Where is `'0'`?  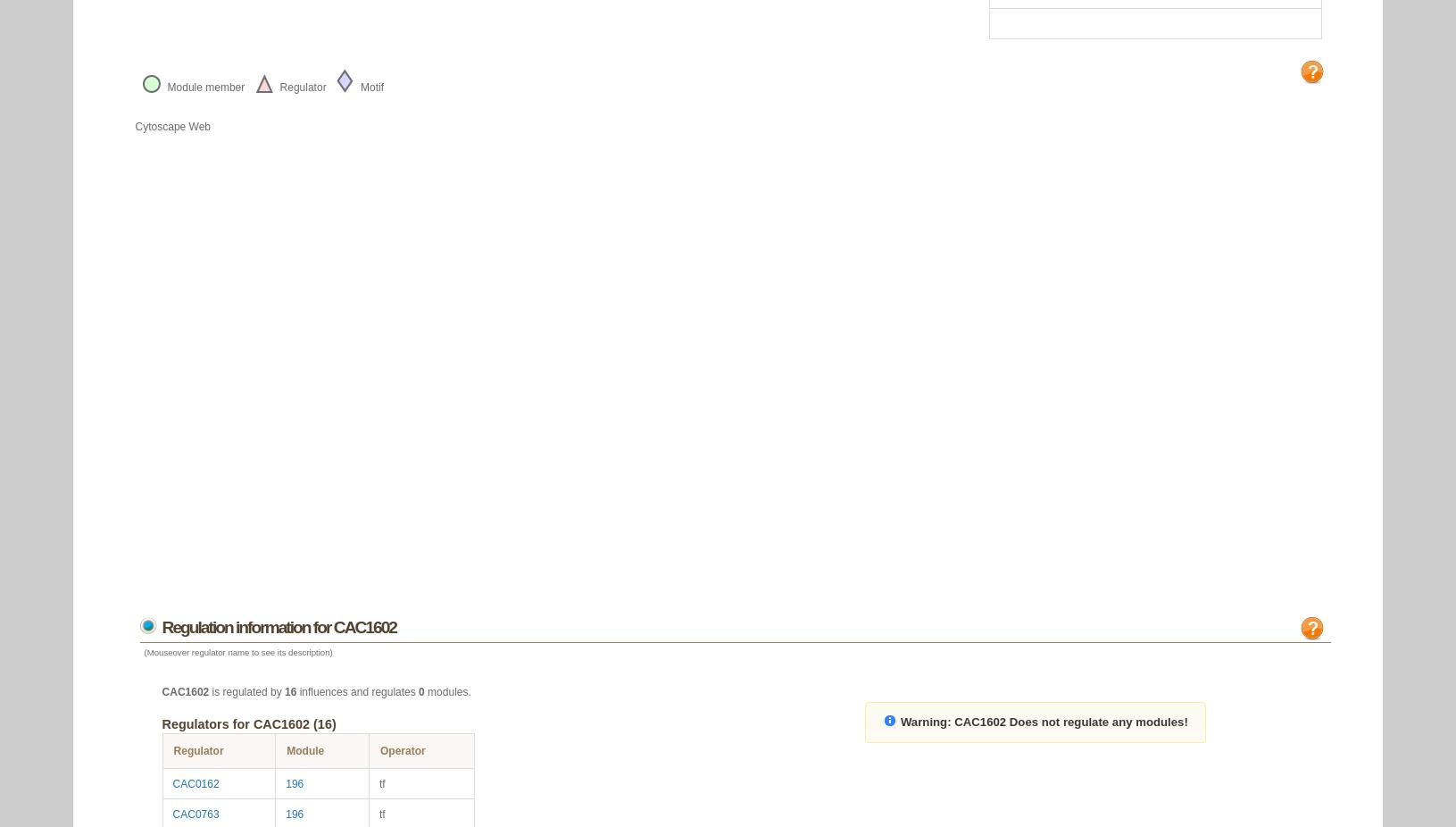
'0' is located at coordinates (420, 691).